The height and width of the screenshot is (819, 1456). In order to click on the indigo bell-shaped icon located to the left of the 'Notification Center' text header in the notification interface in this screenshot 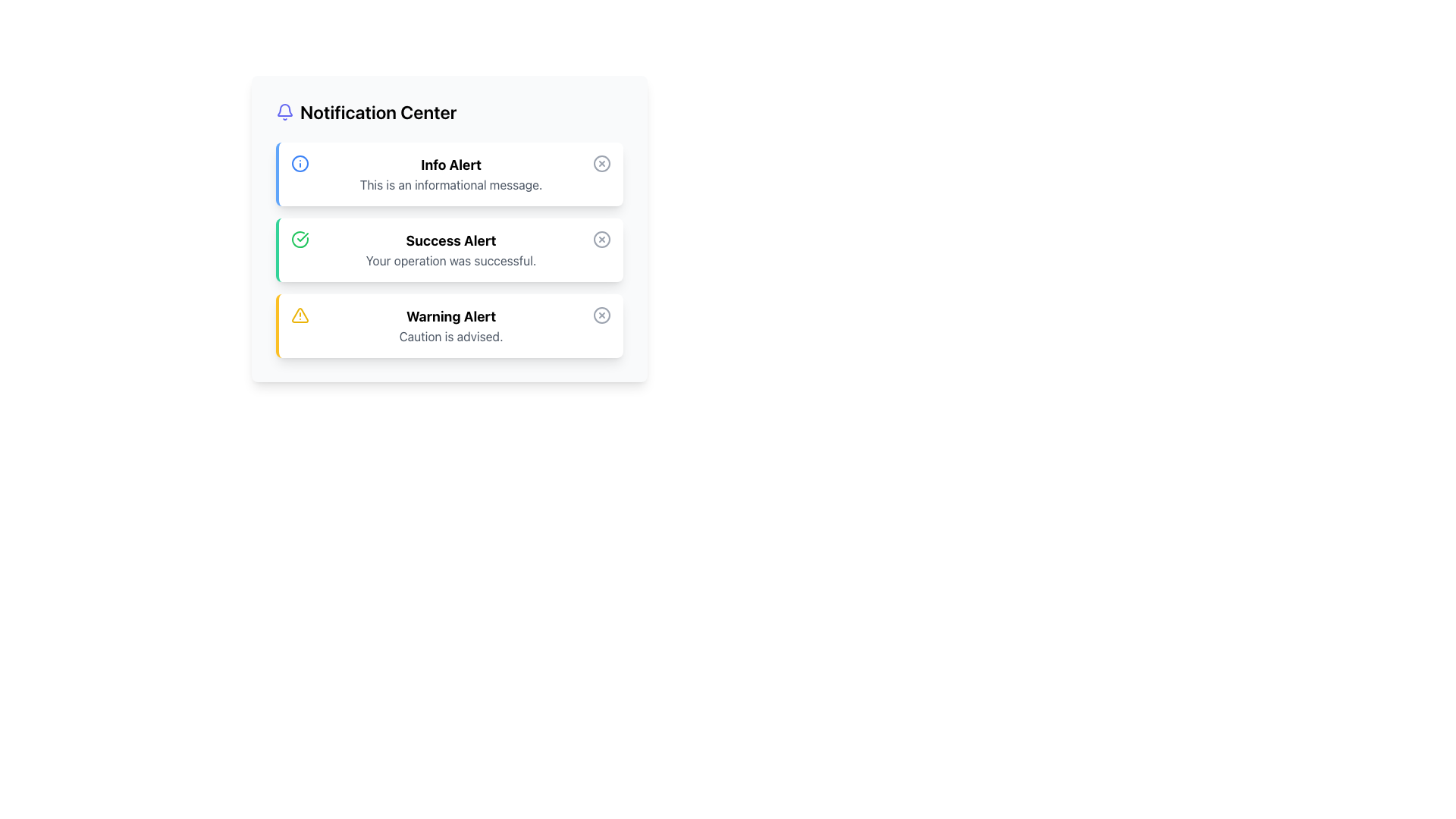, I will do `click(284, 111)`.